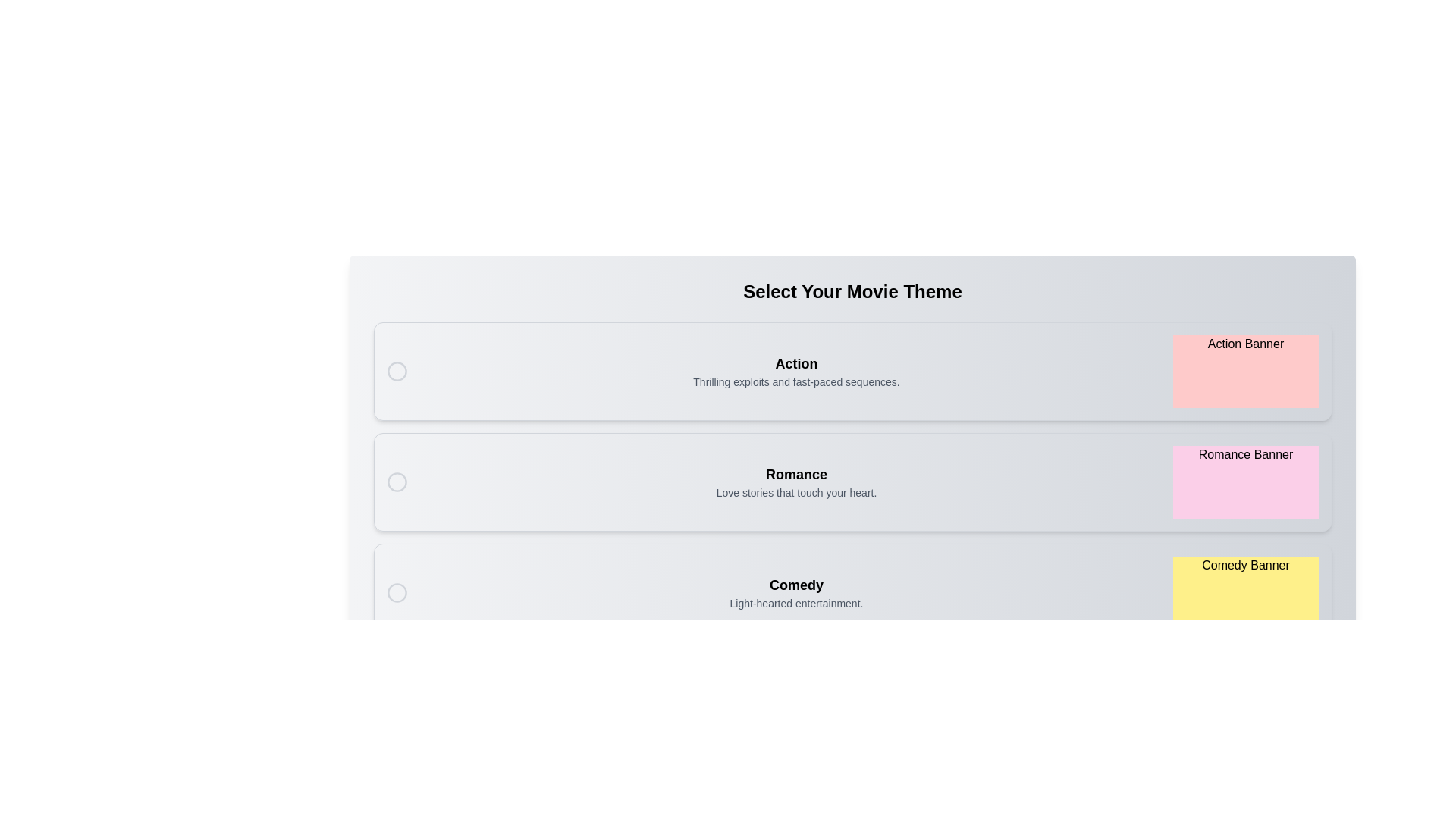 The image size is (1456, 819). What do you see at coordinates (795, 592) in the screenshot?
I see `the Text Block containing the title 'Comedy' and the description 'Light-hearted entertainment', which is centrally aligned in the third option box from the top` at bounding box center [795, 592].